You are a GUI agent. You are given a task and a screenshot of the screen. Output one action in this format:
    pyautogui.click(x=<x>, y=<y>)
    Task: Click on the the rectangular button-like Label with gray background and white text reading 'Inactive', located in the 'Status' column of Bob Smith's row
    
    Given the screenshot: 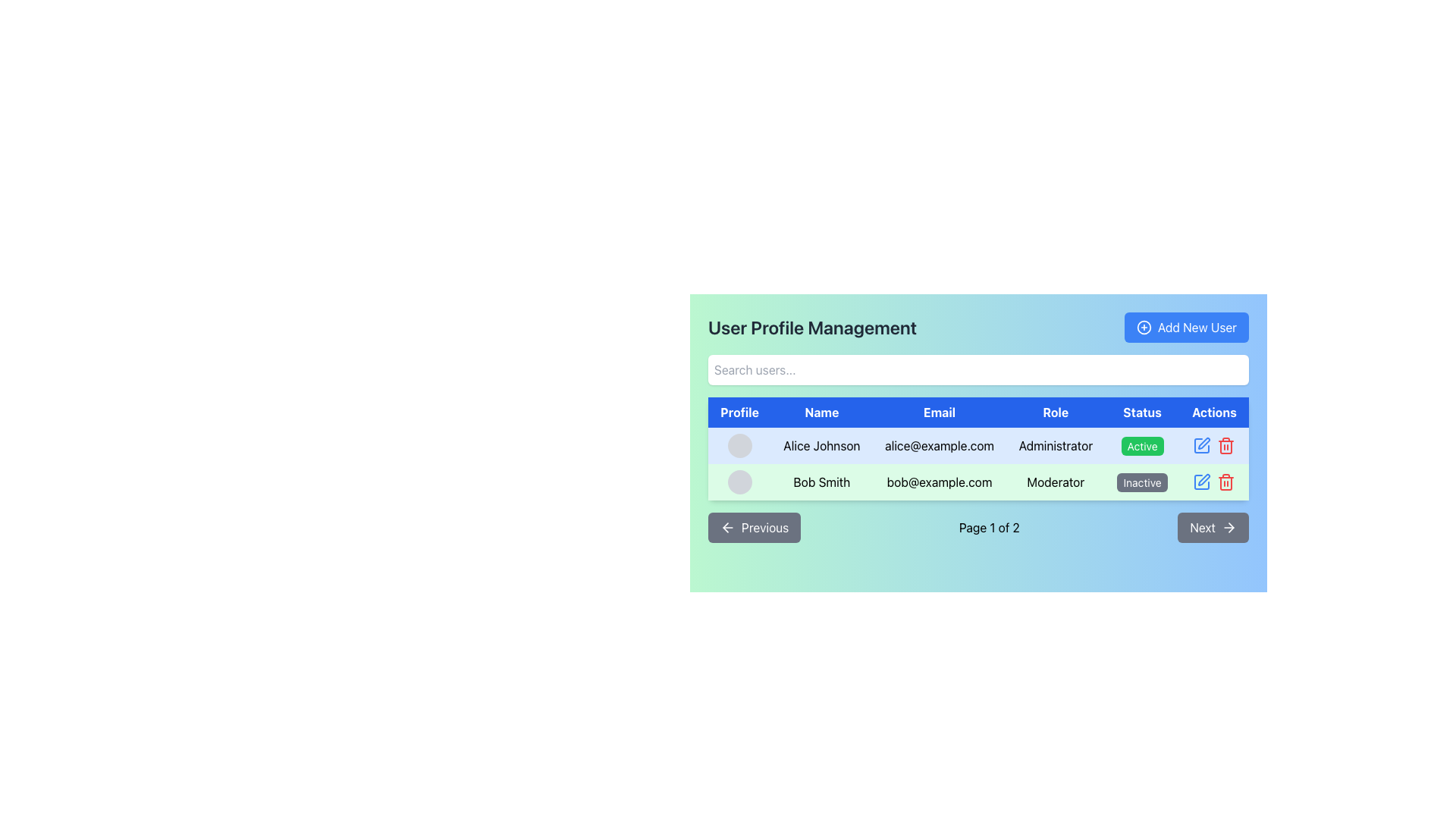 What is the action you would take?
    pyautogui.click(x=1142, y=482)
    